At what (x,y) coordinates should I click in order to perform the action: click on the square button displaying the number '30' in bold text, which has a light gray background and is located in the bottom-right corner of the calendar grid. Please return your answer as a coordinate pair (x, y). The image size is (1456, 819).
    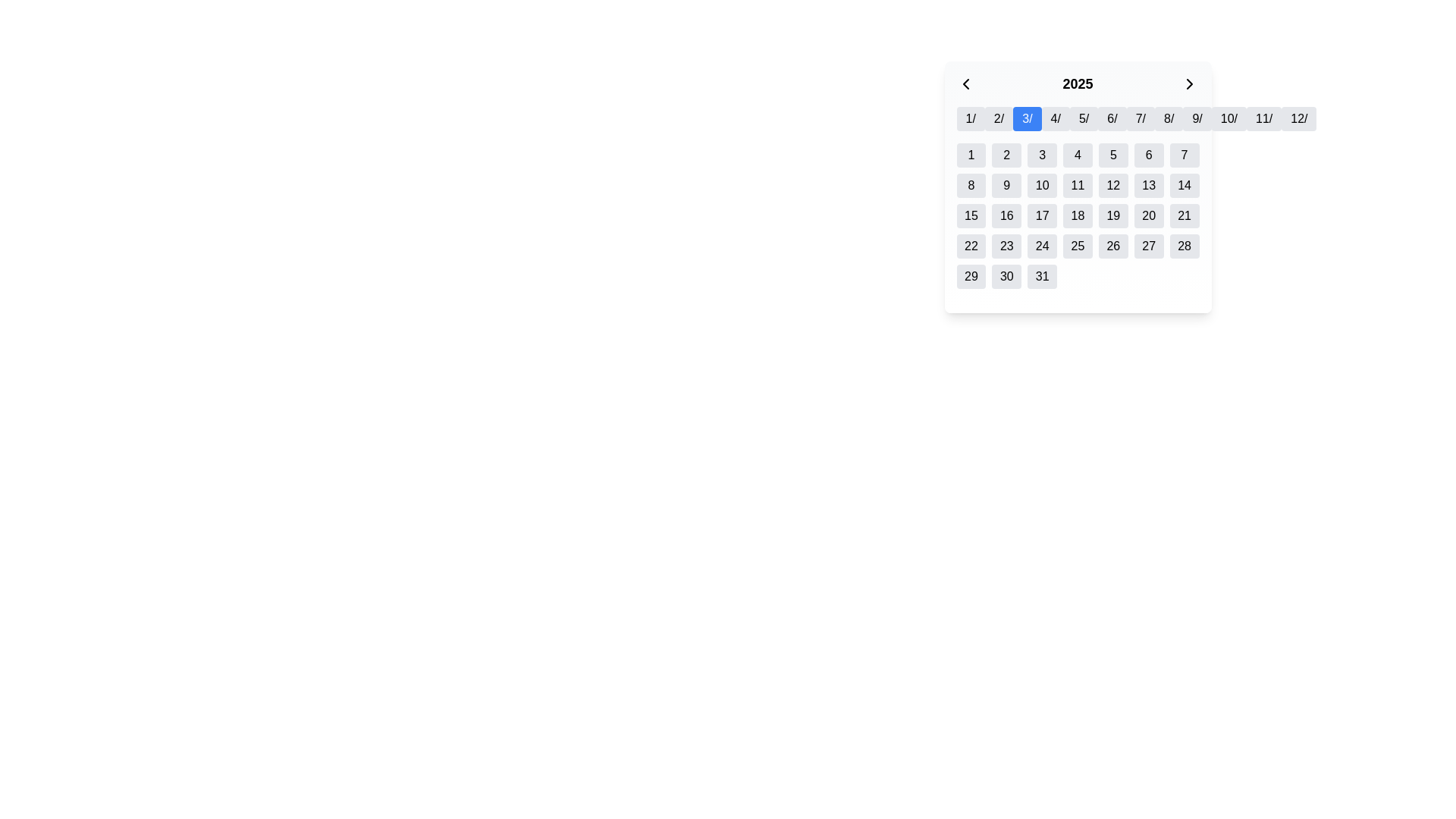
    Looking at the image, I should click on (1006, 277).